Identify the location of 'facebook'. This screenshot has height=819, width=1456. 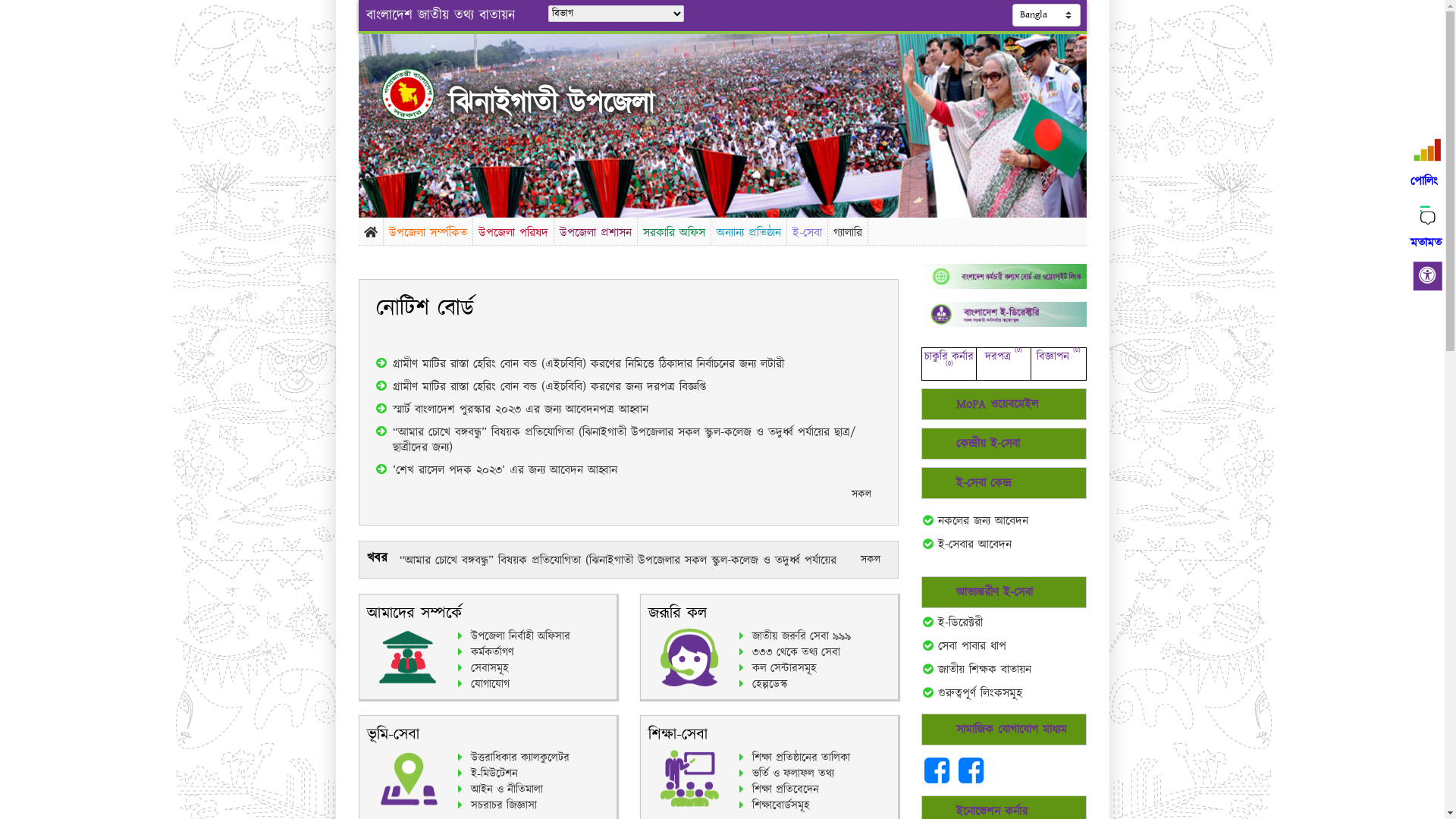
(938, 778).